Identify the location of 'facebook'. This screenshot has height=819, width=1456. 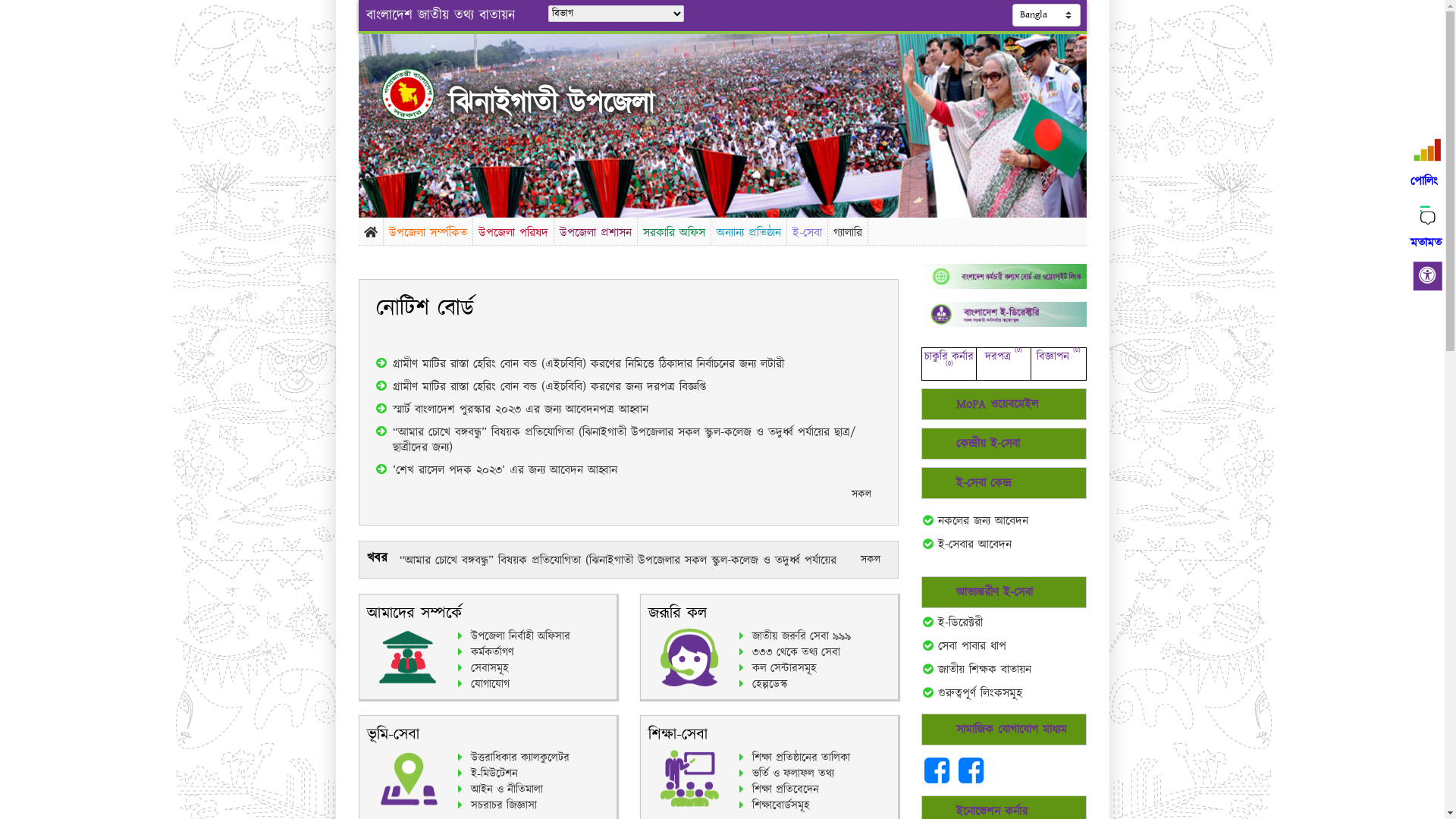
(938, 778).